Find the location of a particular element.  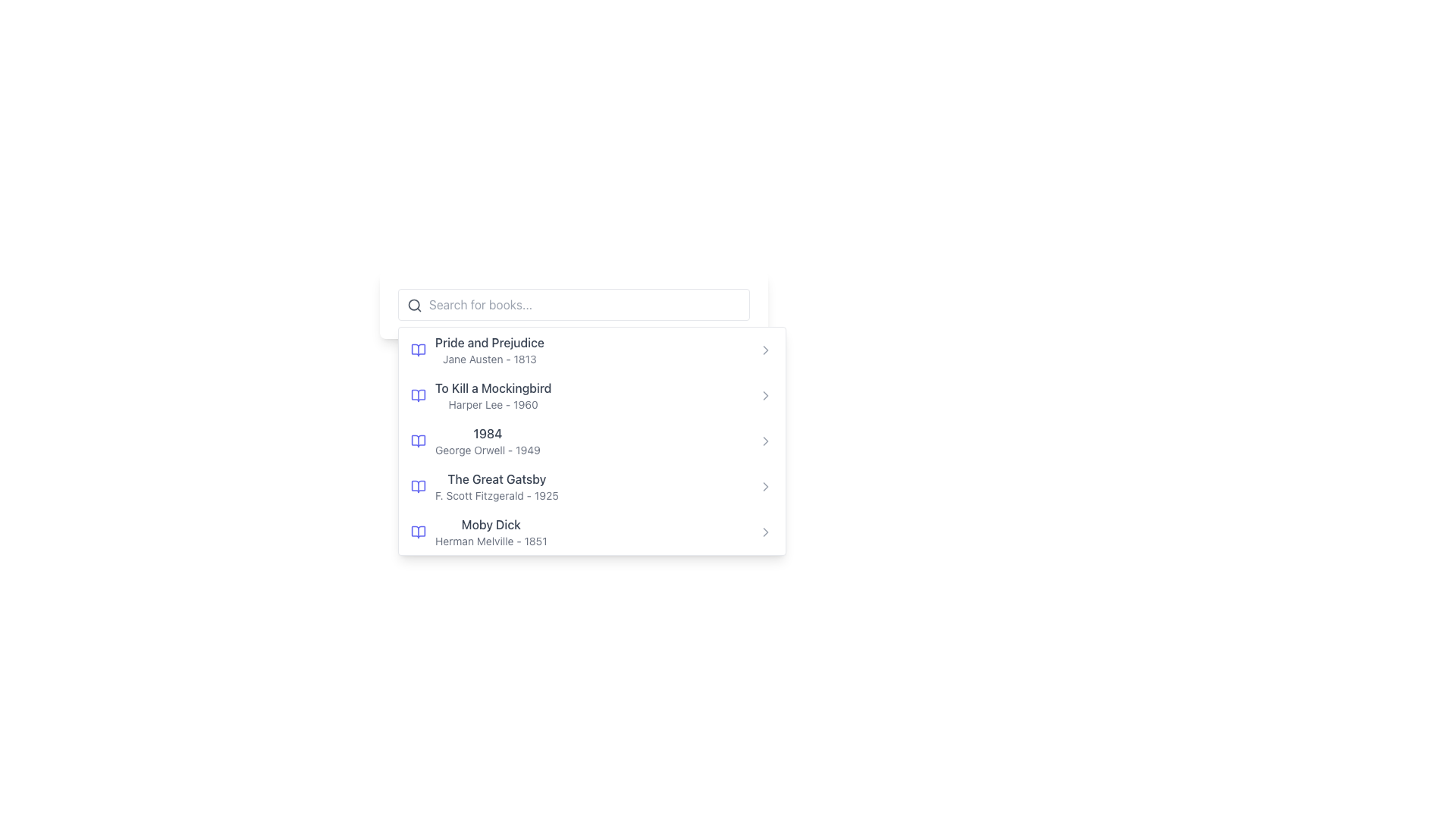

the text label displaying 'George Orwell - 1949' is located at coordinates (488, 450).